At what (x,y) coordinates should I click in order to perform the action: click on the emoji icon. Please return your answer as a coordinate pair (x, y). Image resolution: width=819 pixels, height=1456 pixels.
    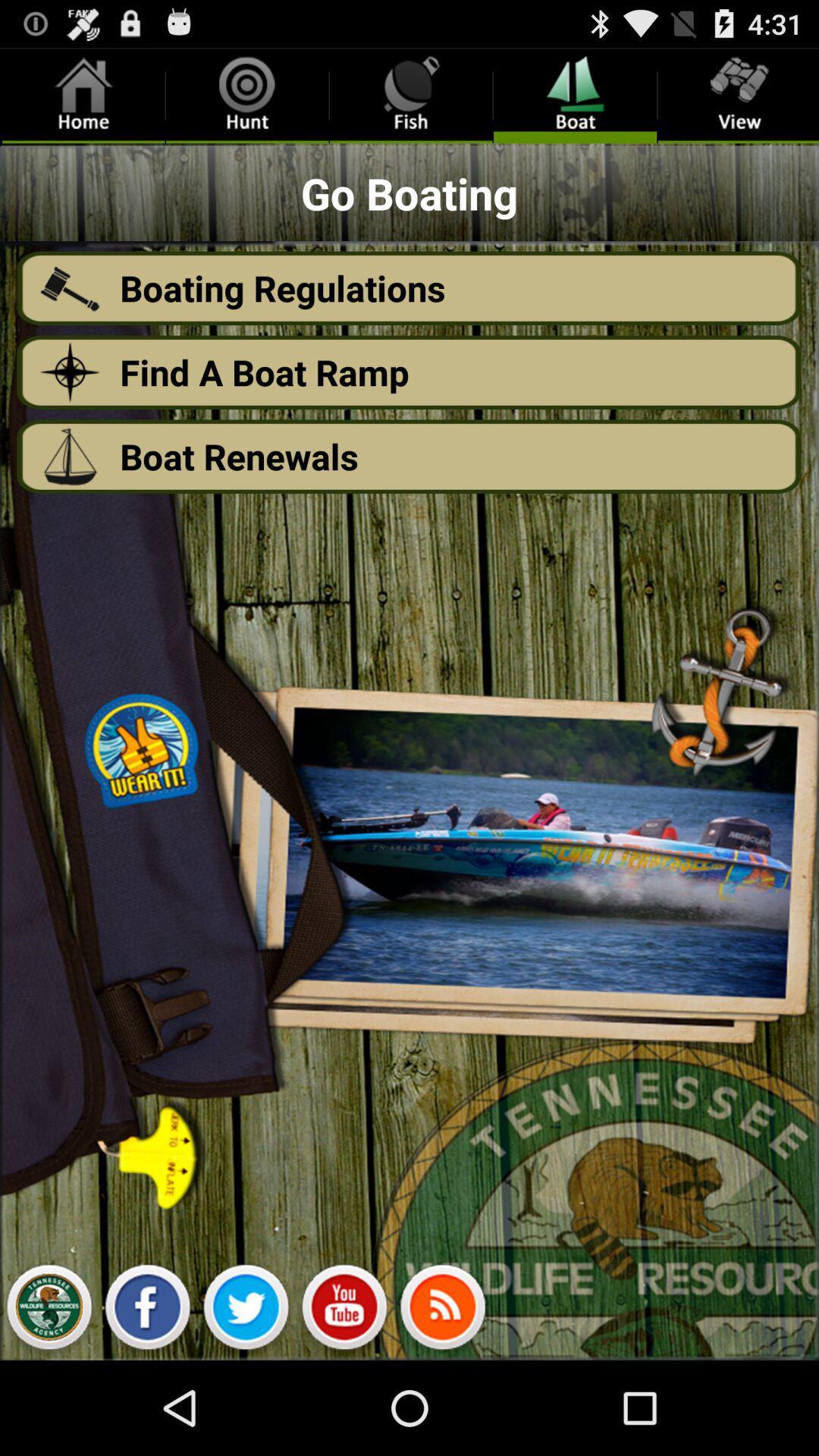
    Looking at the image, I should click on (344, 1402).